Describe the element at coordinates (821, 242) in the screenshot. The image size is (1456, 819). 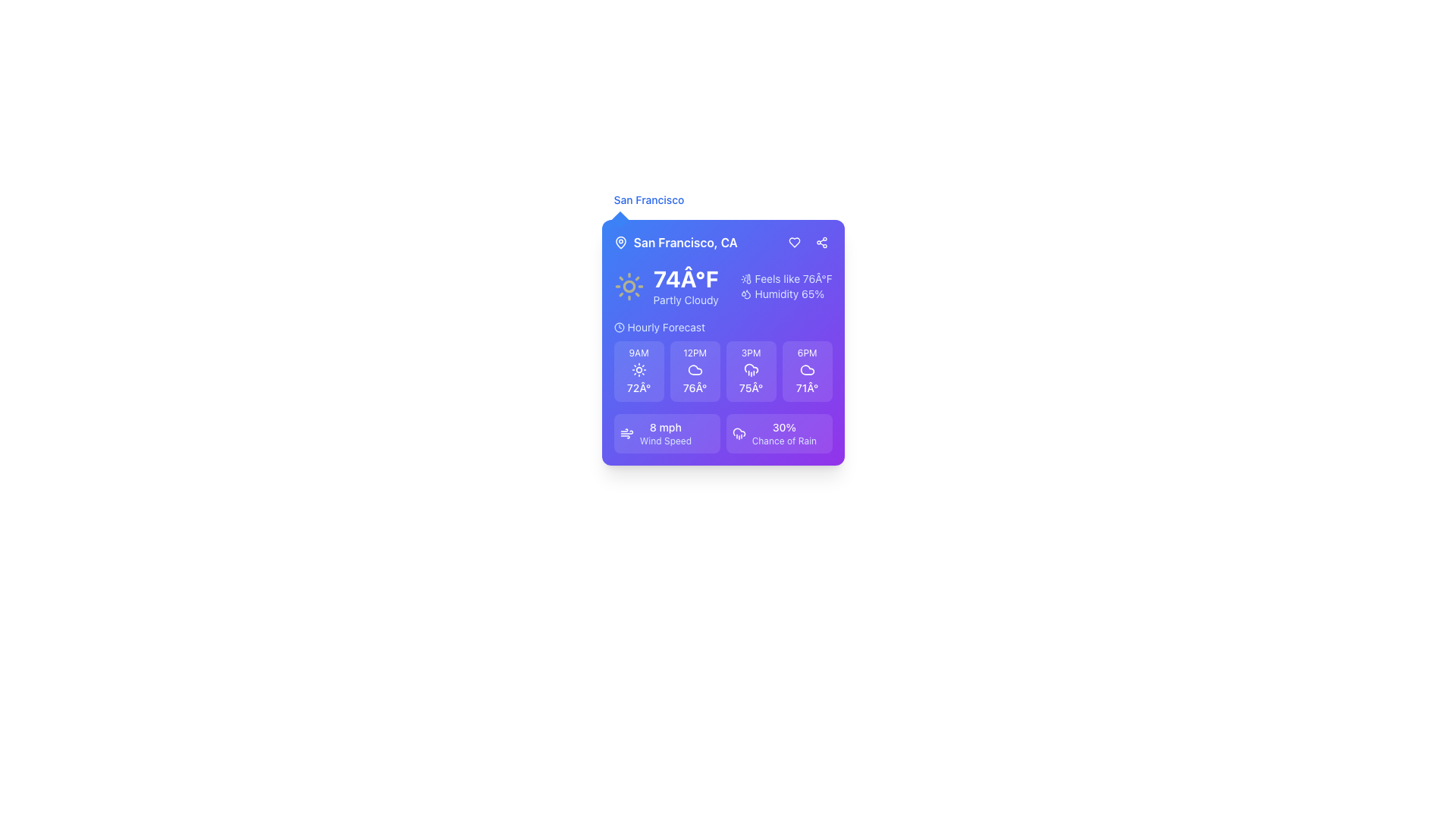
I see `the three-node share icon, which is located near the upper right corner of the weather widget on a purple background, to share` at that location.